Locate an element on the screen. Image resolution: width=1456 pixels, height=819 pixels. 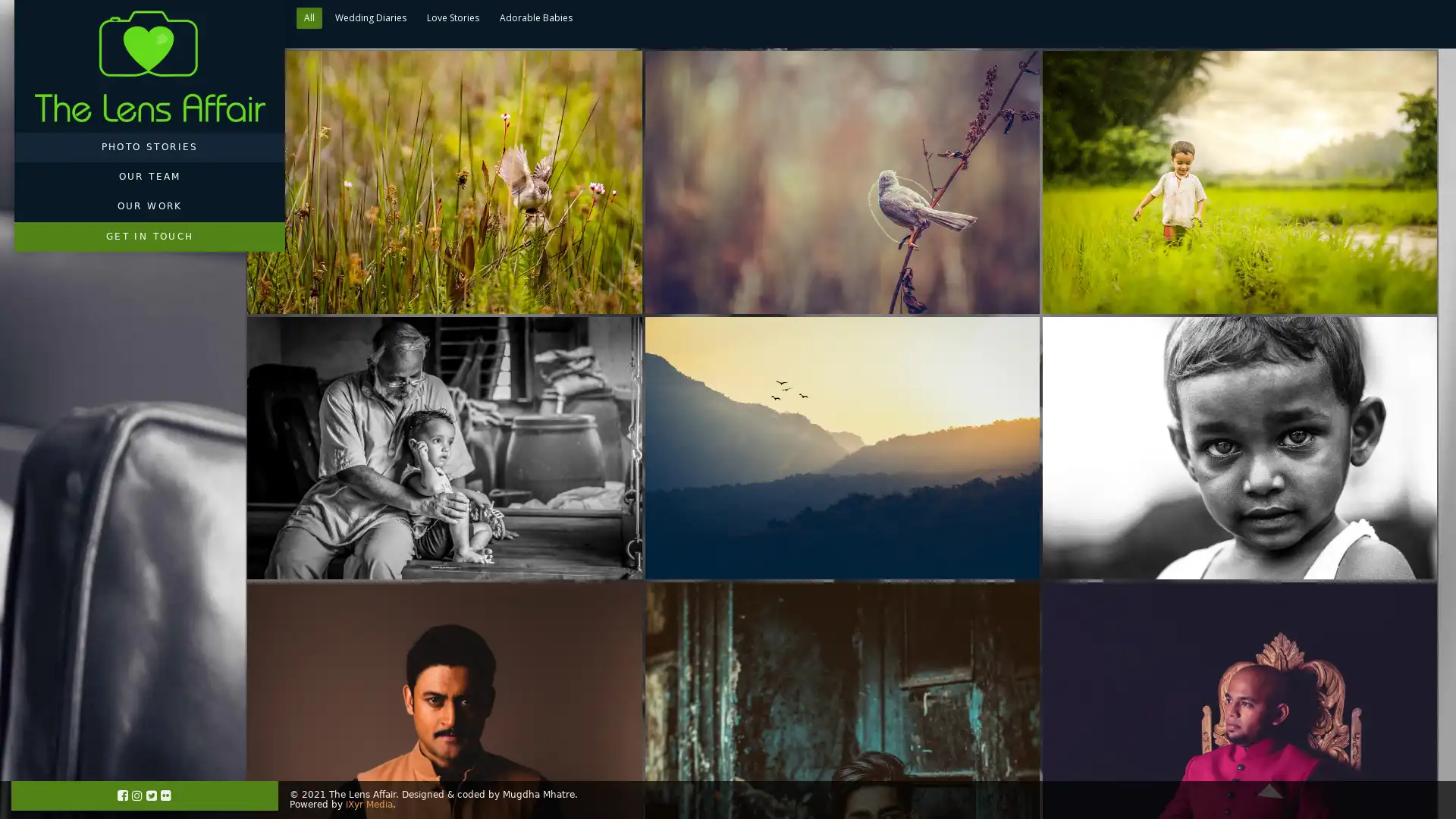
All is located at coordinates (308, 17).